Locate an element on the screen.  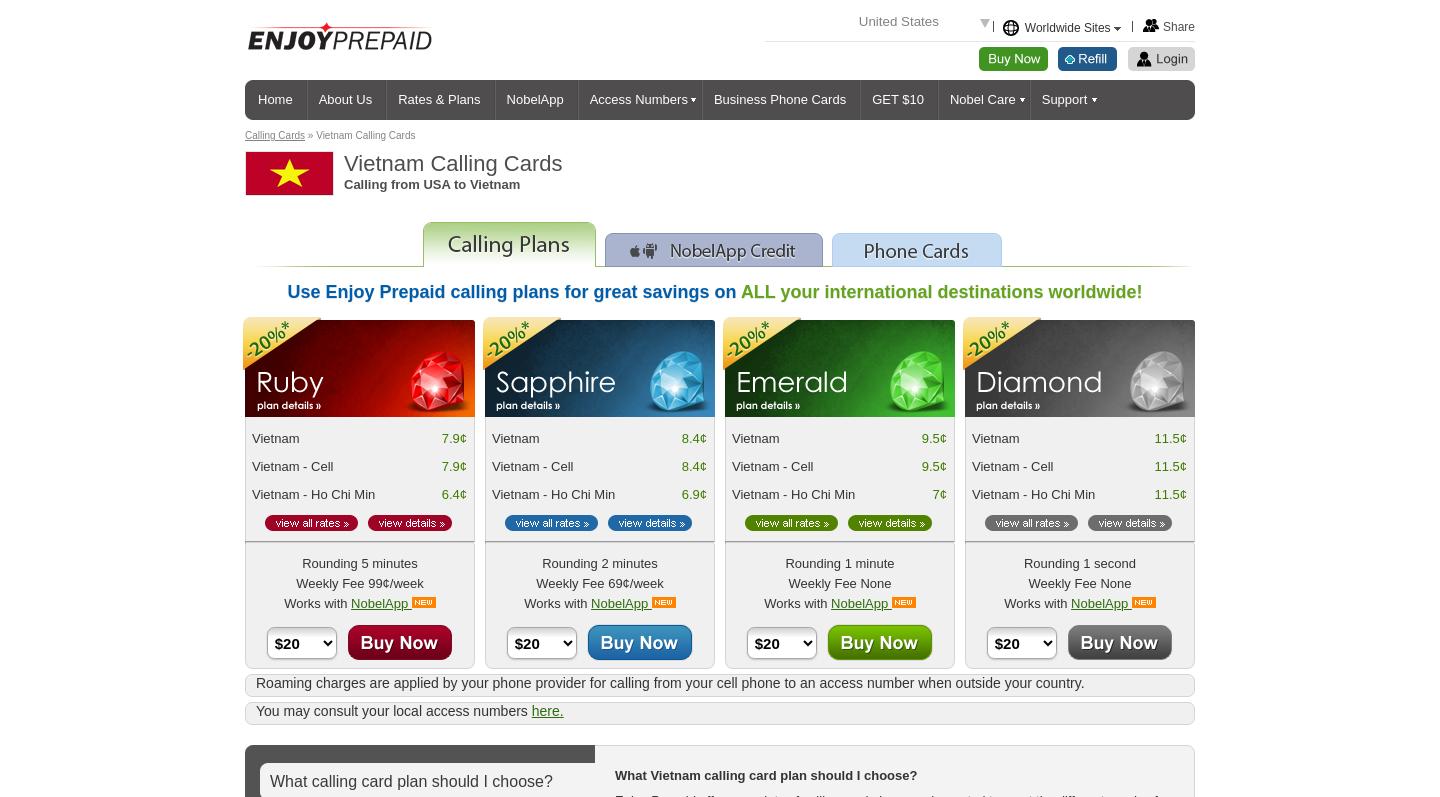
'Use Enjoy Prepaid calling plans for great savings on' is located at coordinates (512, 292).